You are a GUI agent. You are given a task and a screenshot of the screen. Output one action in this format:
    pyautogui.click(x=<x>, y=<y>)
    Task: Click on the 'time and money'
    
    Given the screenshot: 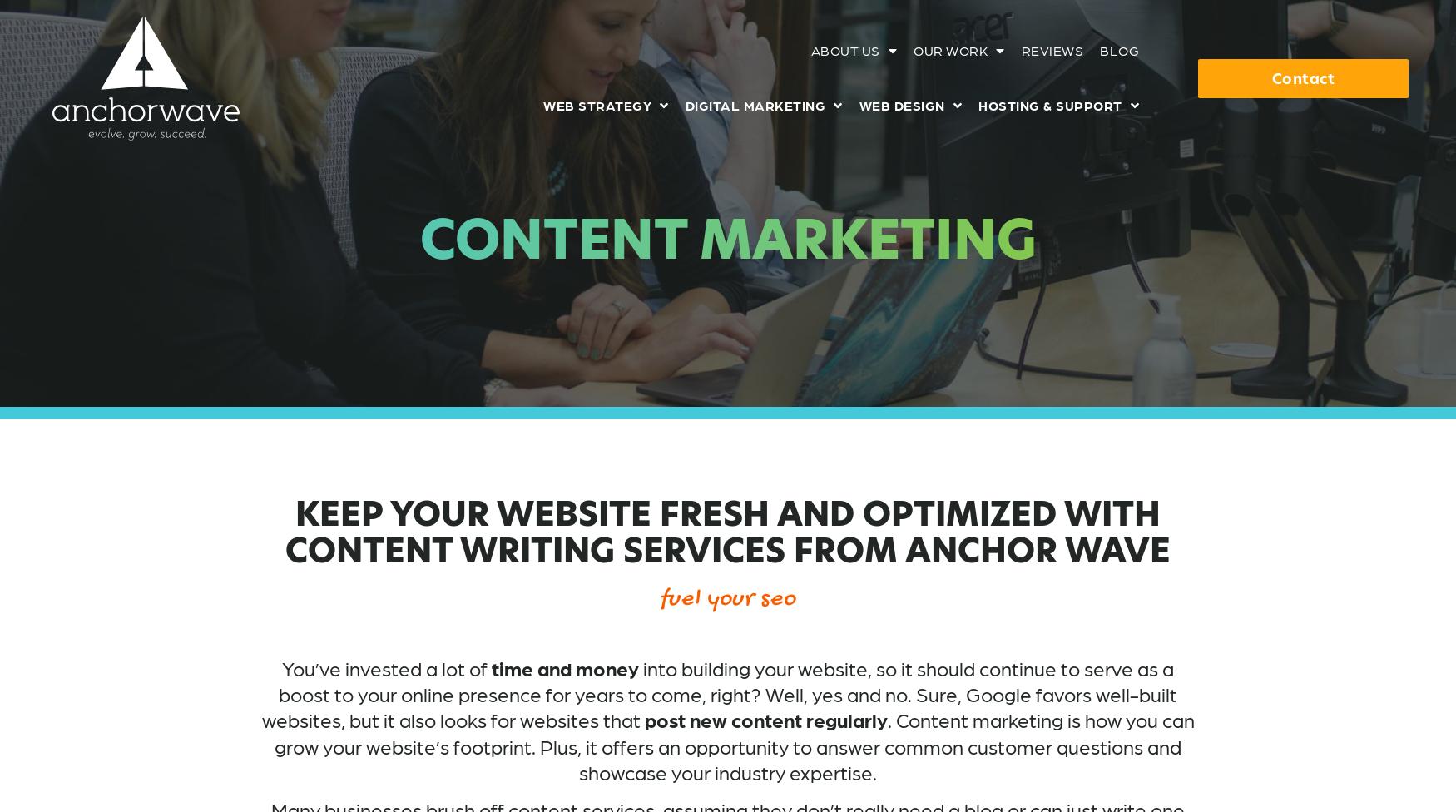 What is the action you would take?
    pyautogui.click(x=564, y=666)
    